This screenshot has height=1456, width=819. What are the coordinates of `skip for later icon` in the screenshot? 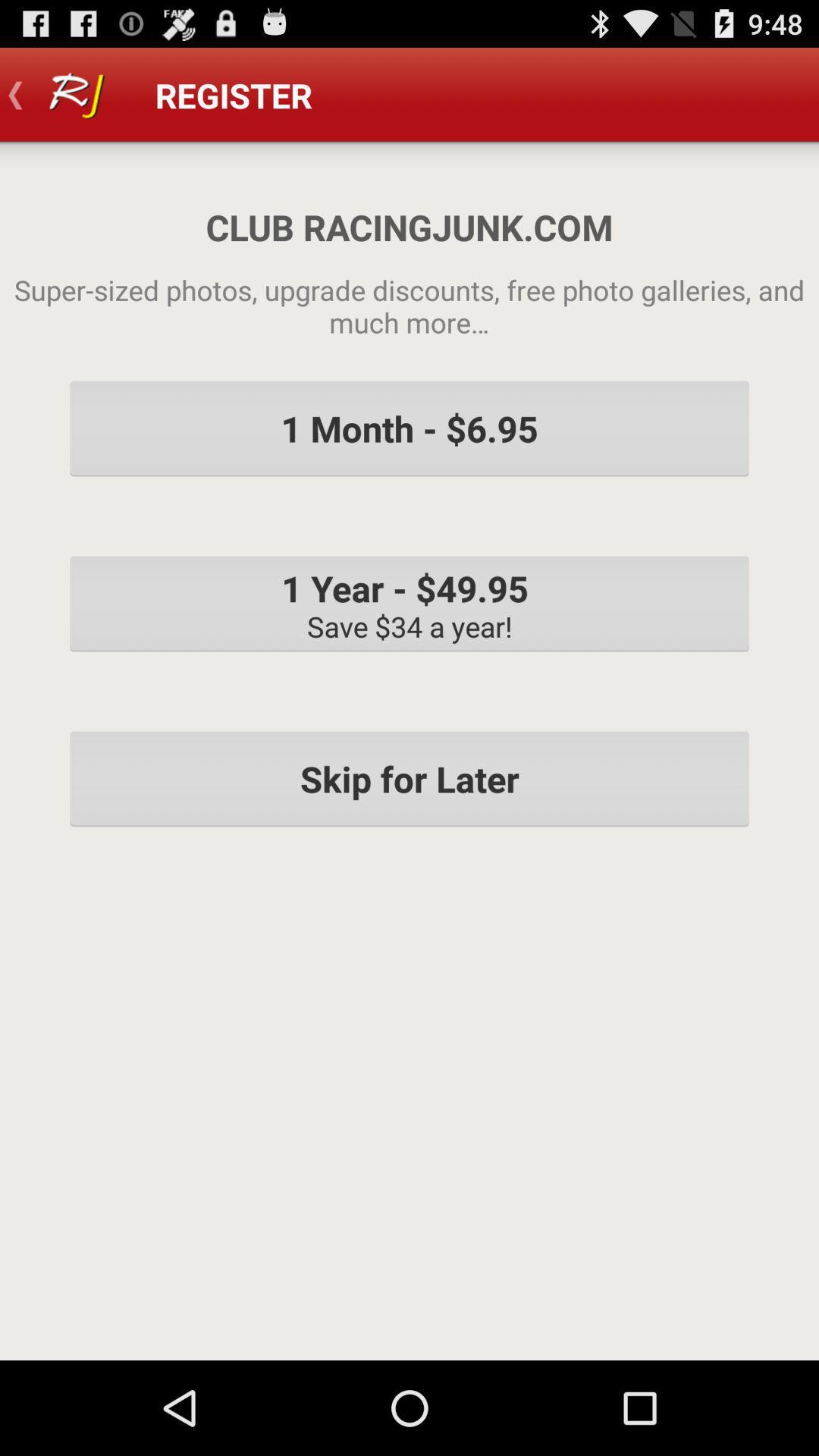 It's located at (409, 779).